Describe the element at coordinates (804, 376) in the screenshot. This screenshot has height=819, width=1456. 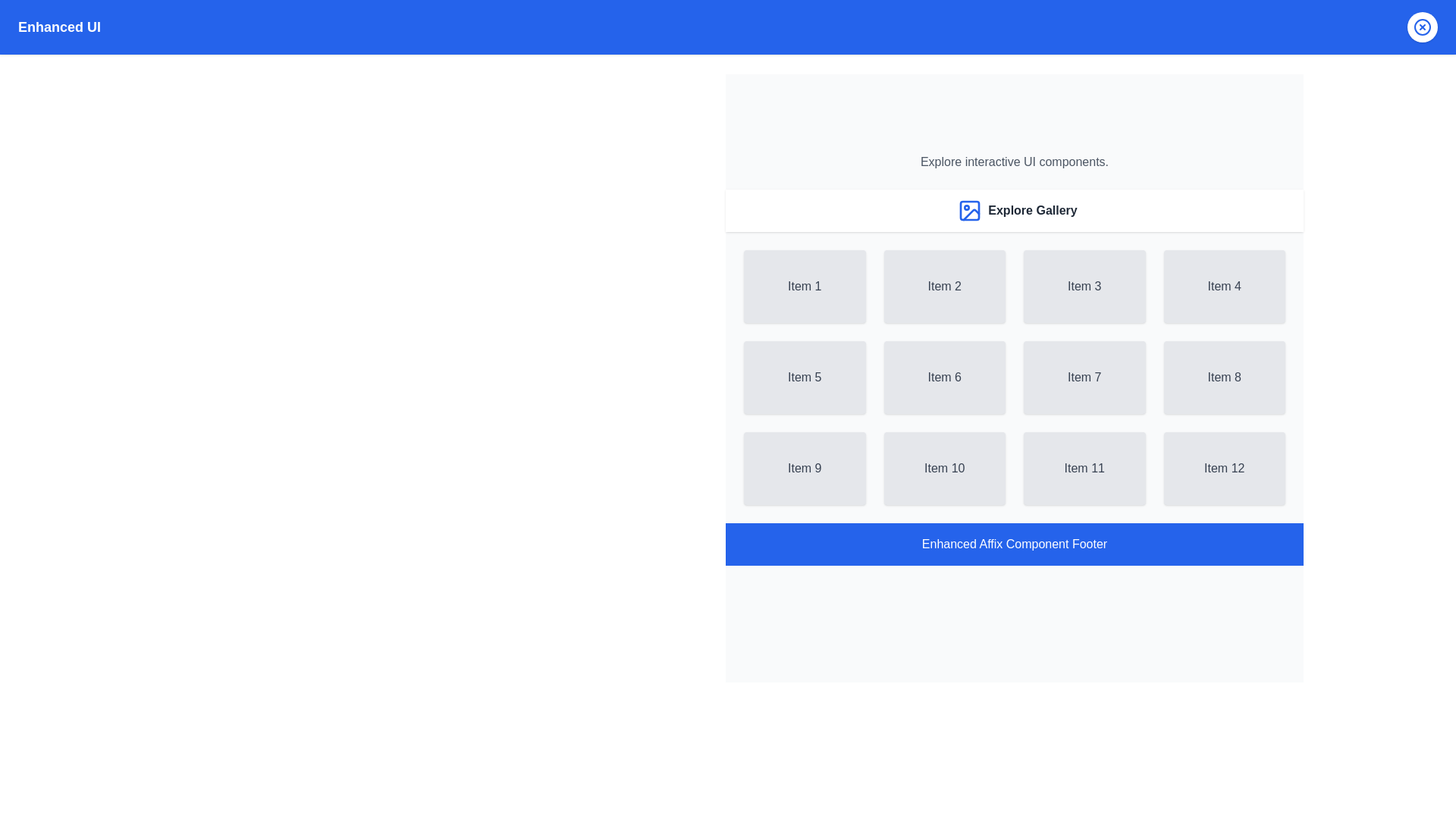
I see `the static Grid Item located in the first element of the second row, situated below 'Item 1' and to the left of 'Item 6'` at that location.